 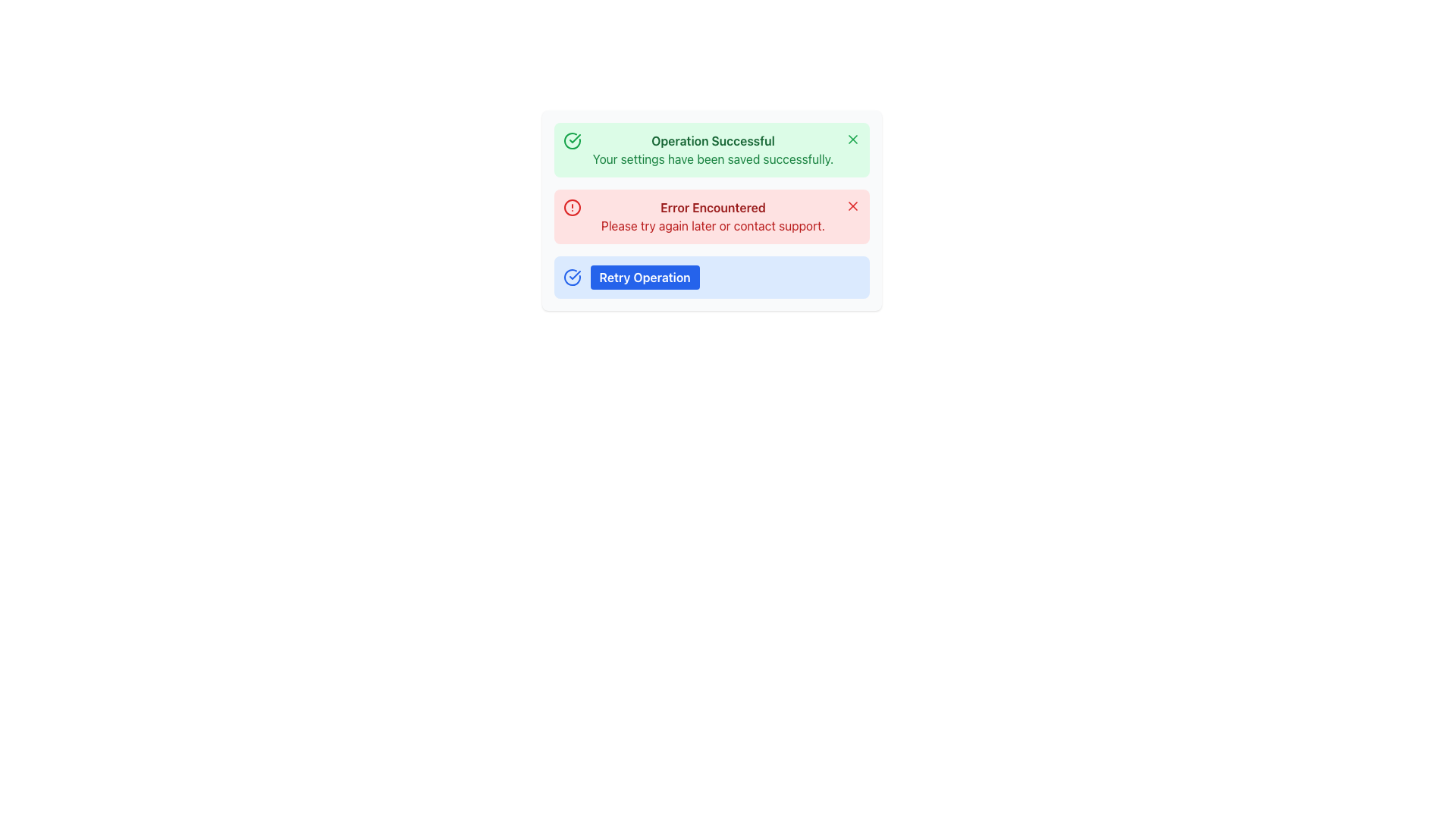 What do you see at coordinates (571, 207) in the screenshot?
I see `the central circular part of the alert icon that represents an error, located in the second section of three notifications with a red background` at bounding box center [571, 207].